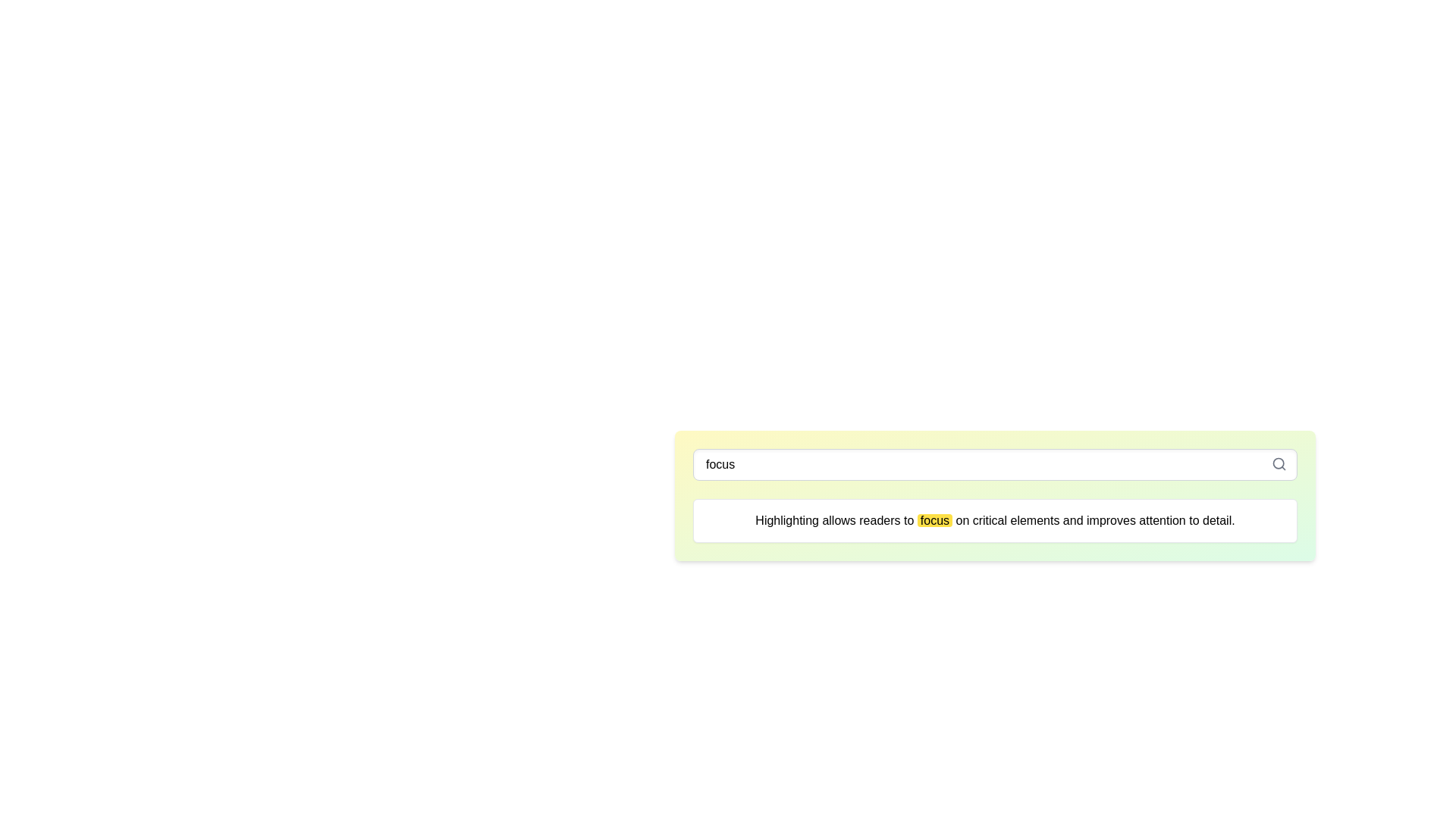 The width and height of the screenshot is (1456, 819). I want to click on the circular graphic of the magnifying glass icon located at the top-right corner of the input field, so click(1277, 462).